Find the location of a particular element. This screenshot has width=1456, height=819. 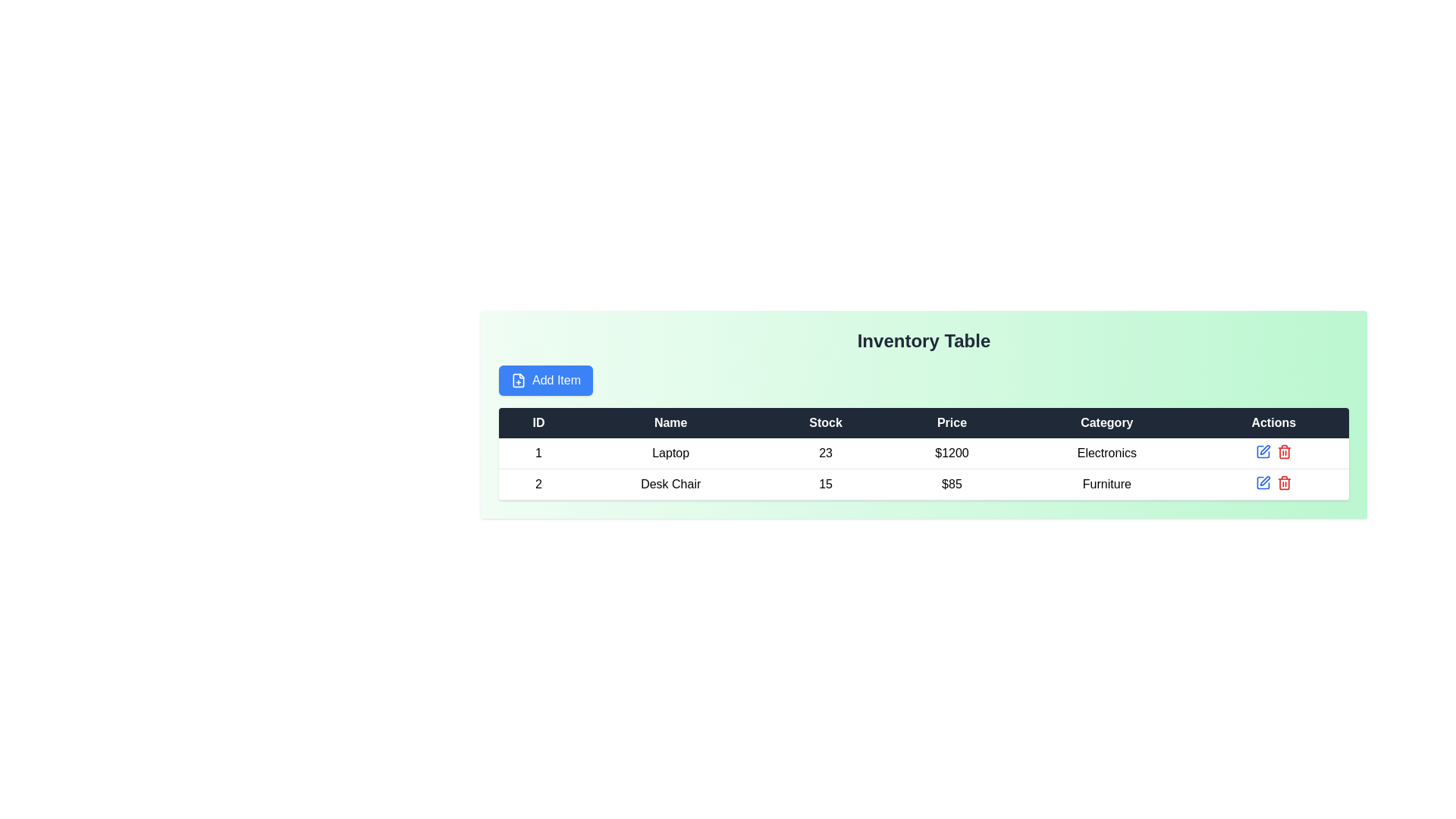

the second edit icon in the 'Actions' column, represented by a pen and ruler is located at coordinates (1265, 481).